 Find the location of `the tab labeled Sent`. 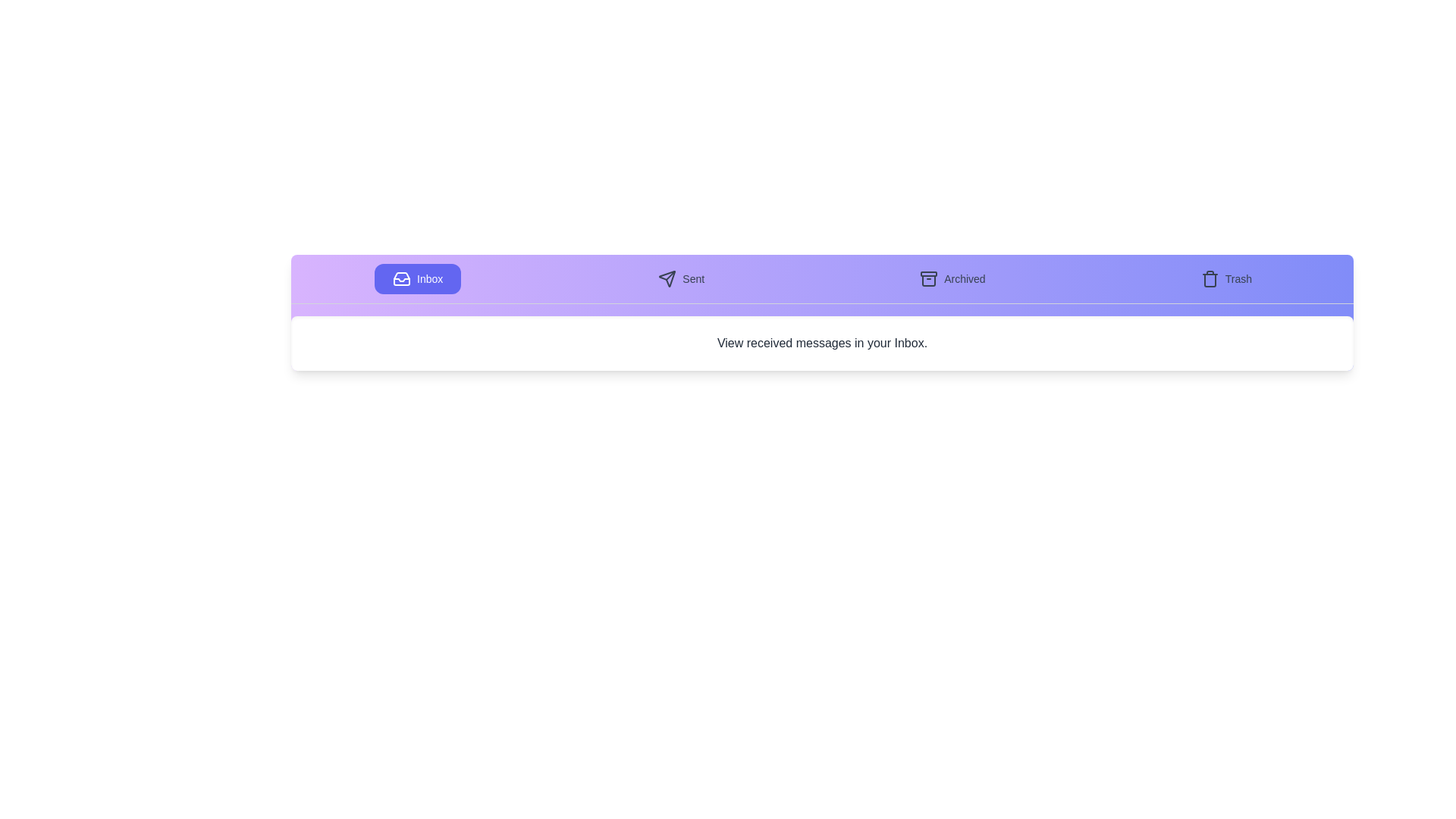

the tab labeled Sent is located at coordinates (680, 278).